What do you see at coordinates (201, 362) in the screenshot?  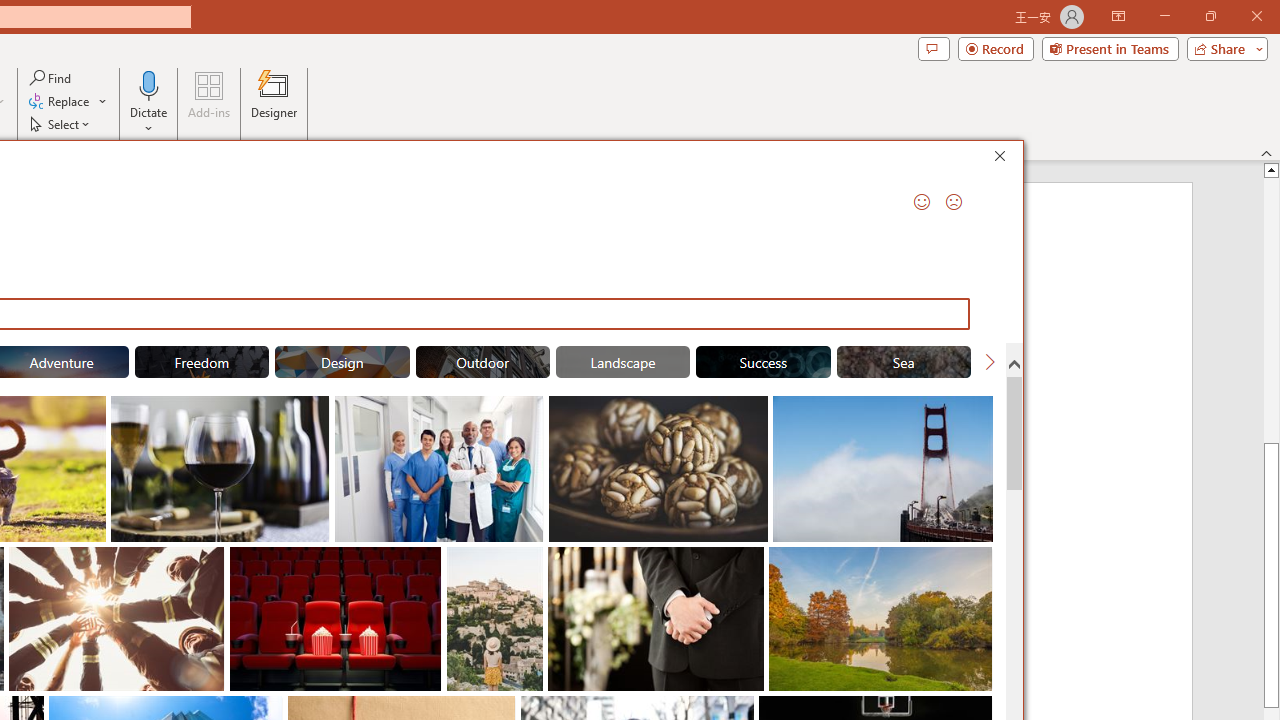 I see `'"Freedom" Stock Images.'` at bounding box center [201, 362].